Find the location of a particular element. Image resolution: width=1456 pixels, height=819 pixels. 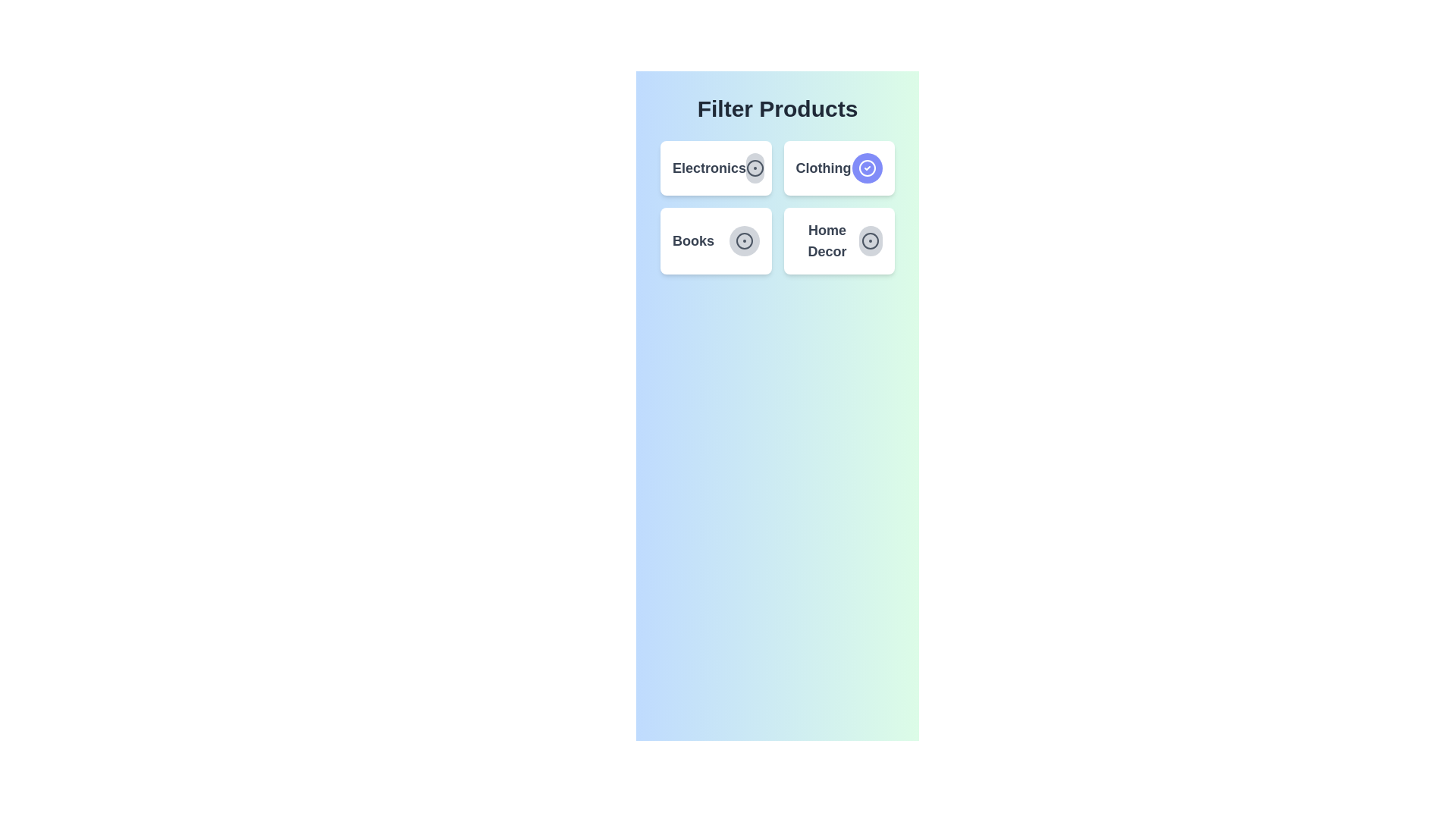

the category card labeled 'Electronics' to observe the hover effect is located at coordinates (715, 168).